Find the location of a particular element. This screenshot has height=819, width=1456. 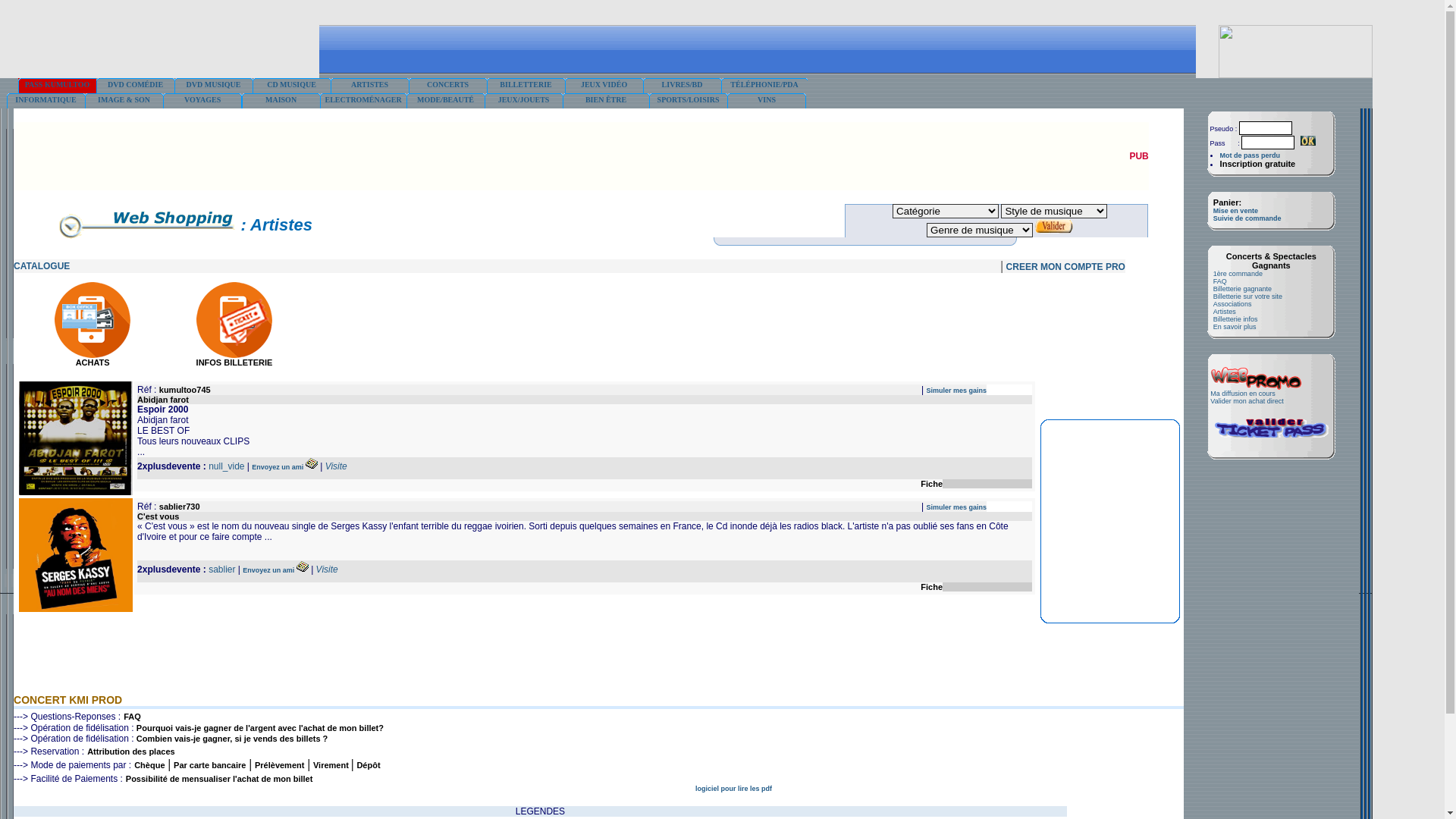

'Mot de pass perdu' is located at coordinates (1219, 155).